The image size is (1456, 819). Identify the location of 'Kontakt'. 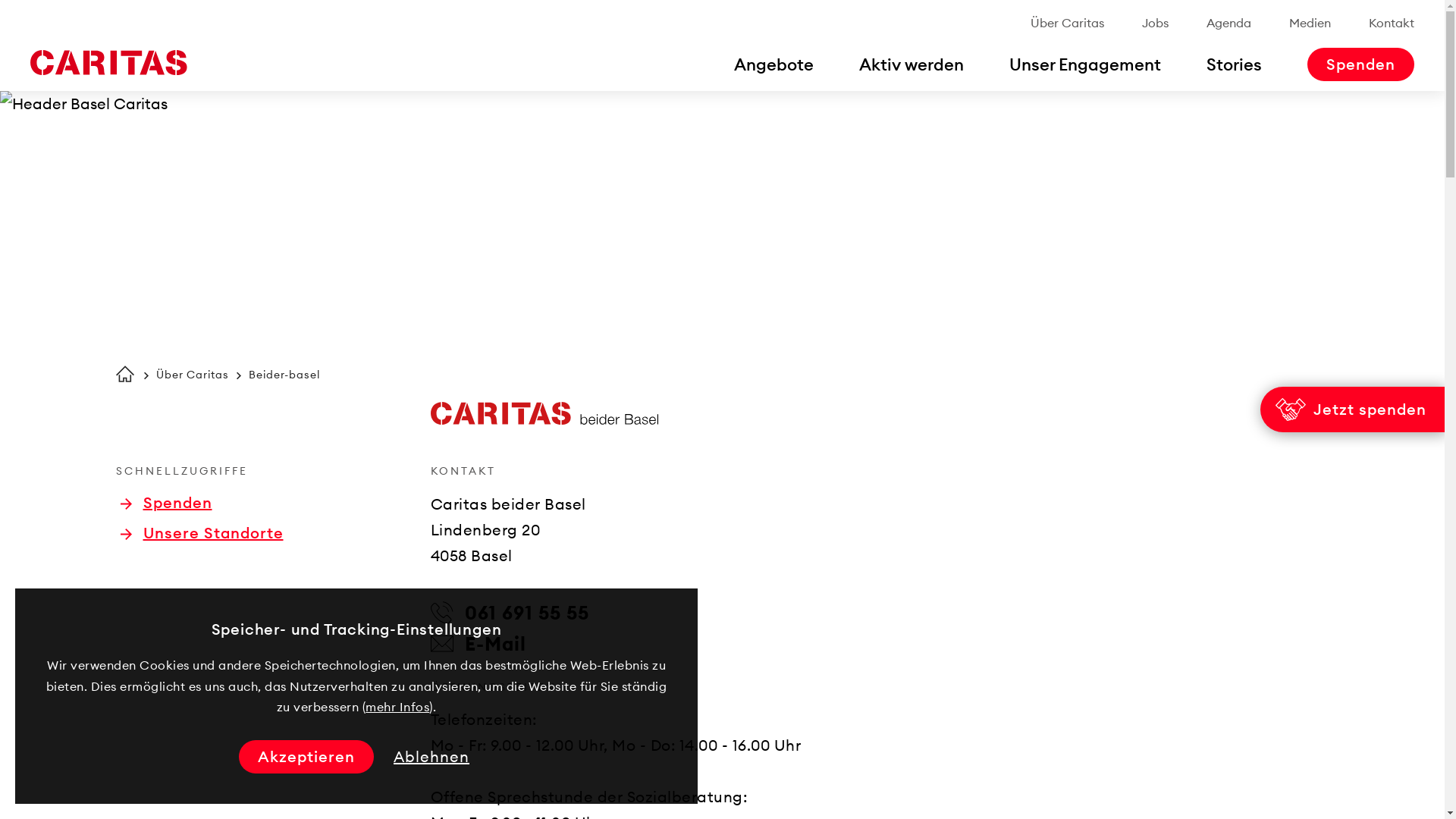
(1391, 23).